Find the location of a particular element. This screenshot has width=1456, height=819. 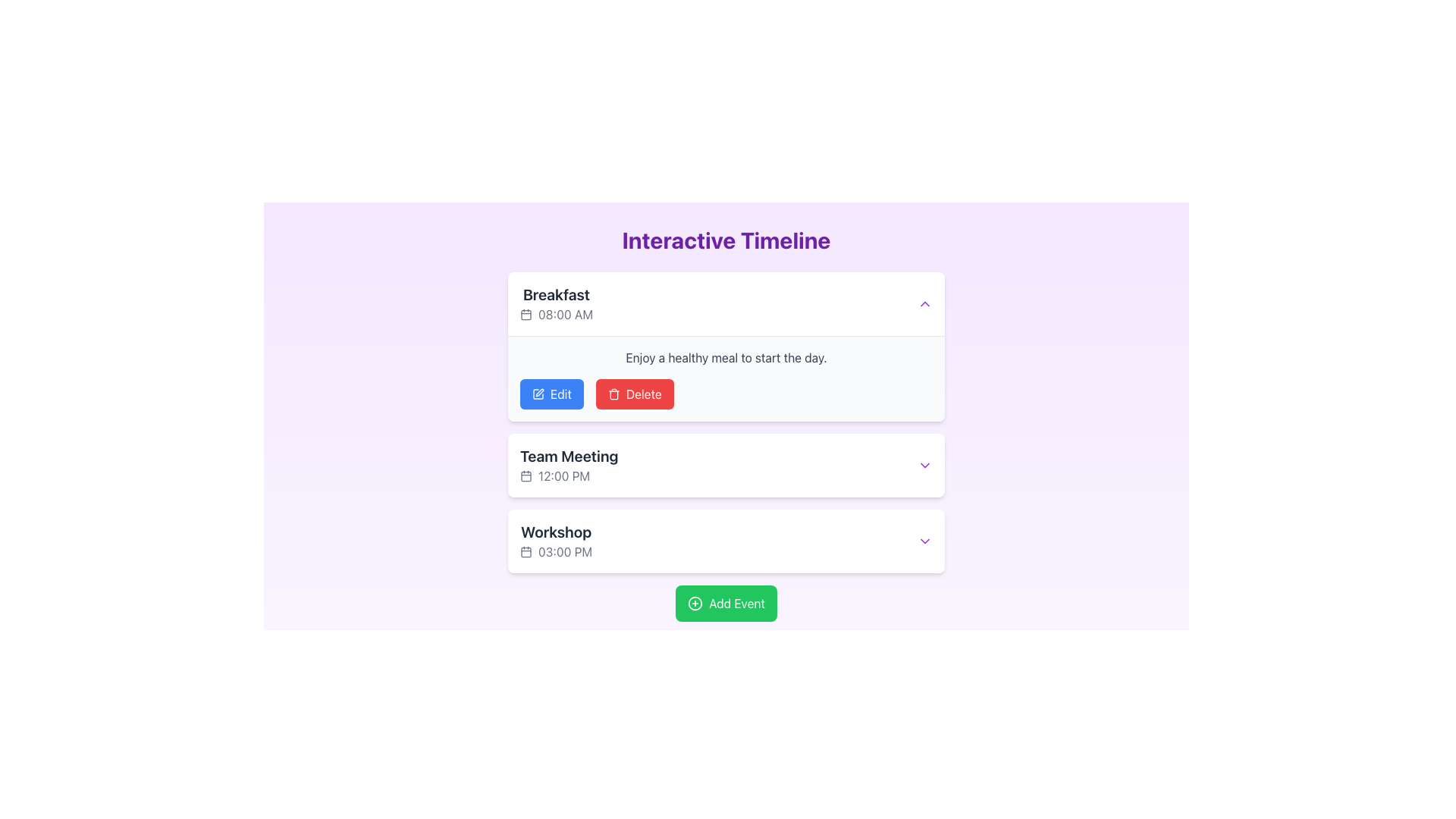

the icon button at the extreme right edge of the 'Workshop' event card is located at coordinates (924, 540).